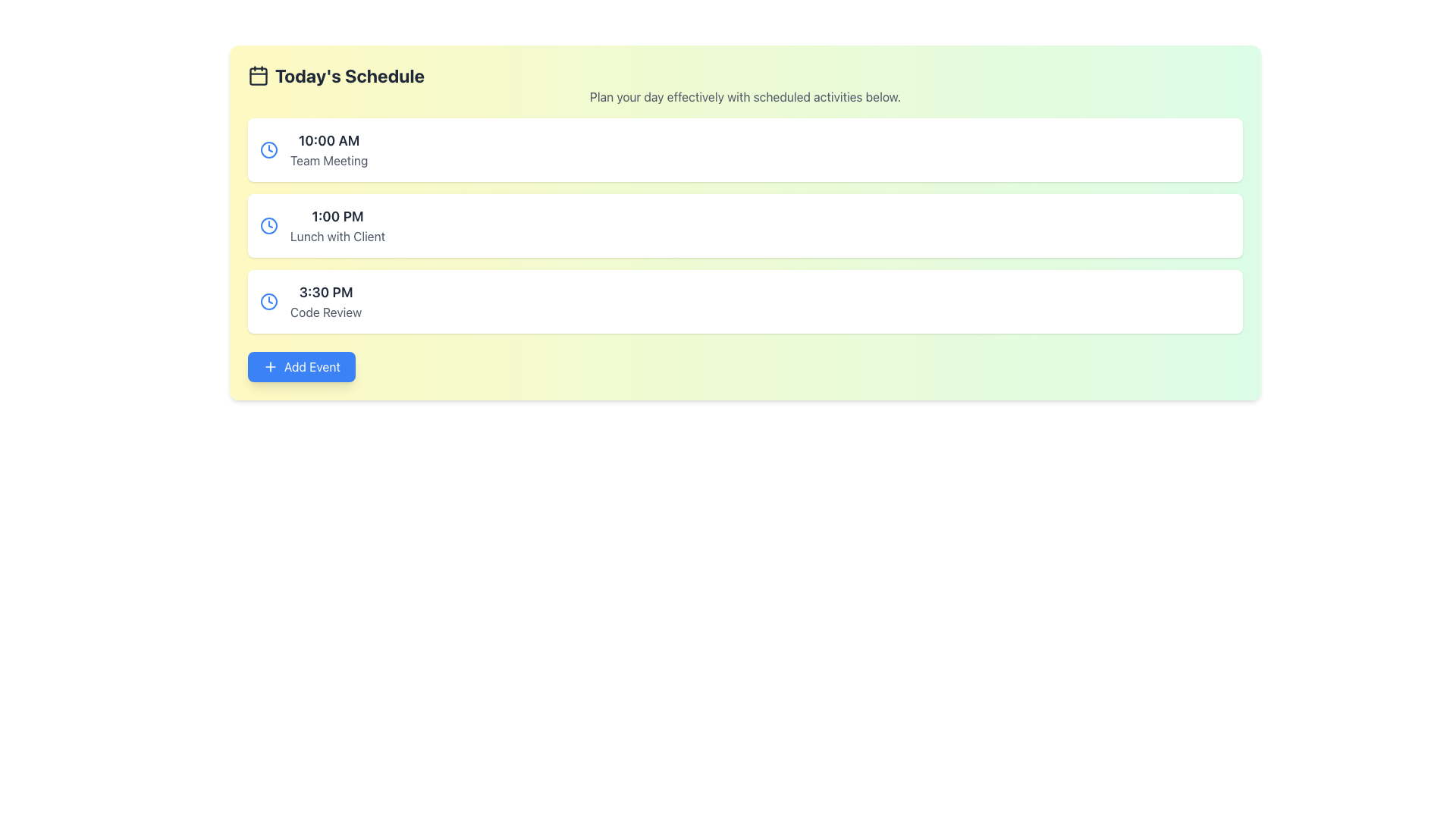 This screenshot has width=1456, height=819. What do you see at coordinates (258, 76) in the screenshot?
I see `the decorative graphic representing the calendar date box, which is a small rounded rectangle situated within the larger calendar icon, located near the text 'Today's Schedule' at the top-left of the interface` at bounding box center [258, 76].